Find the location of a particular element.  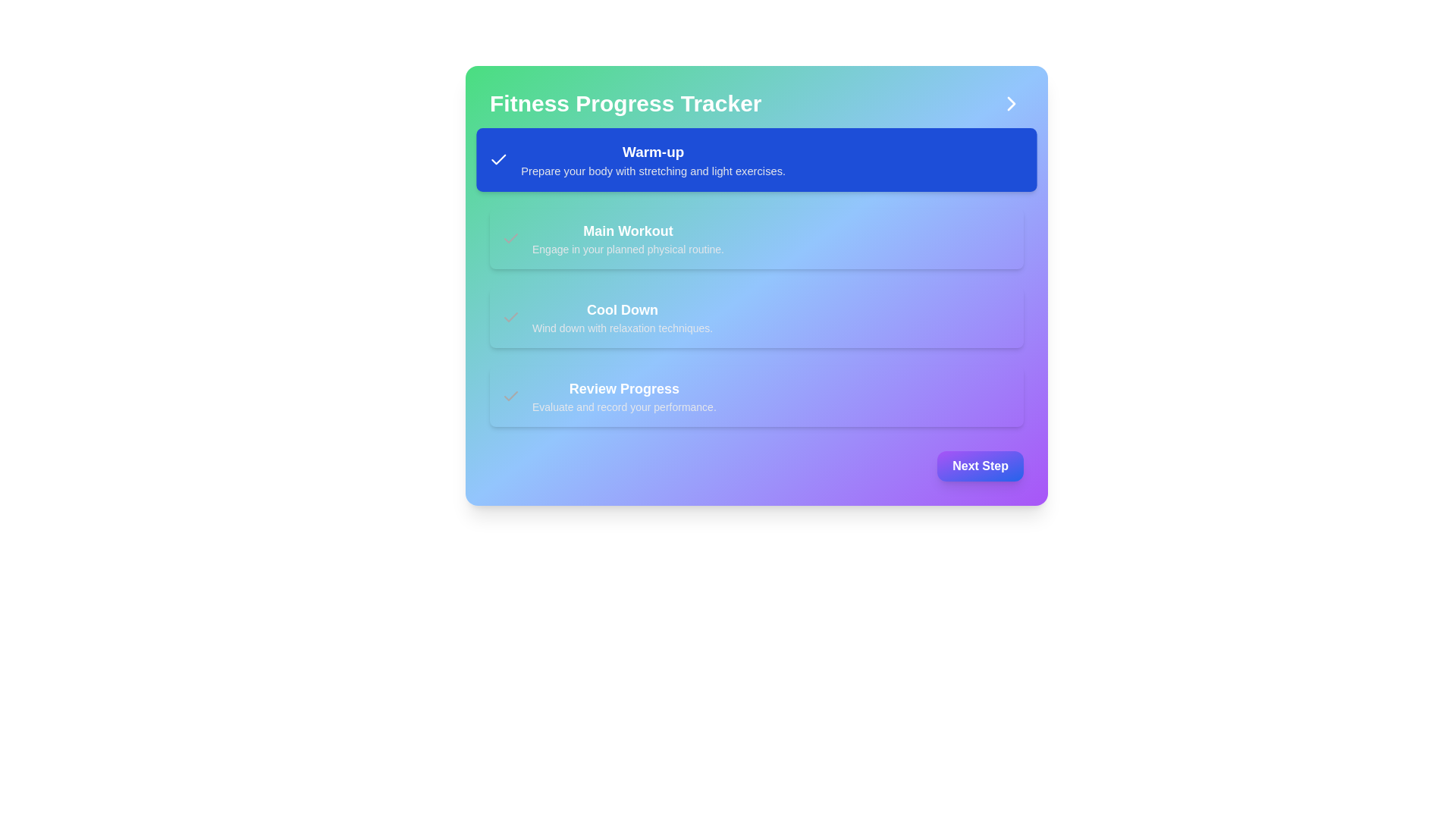

the small checkmark icon with a white outline on a blue background located in the upper left corner of the 'Warm-up' section is located at coordinates (498, 159).